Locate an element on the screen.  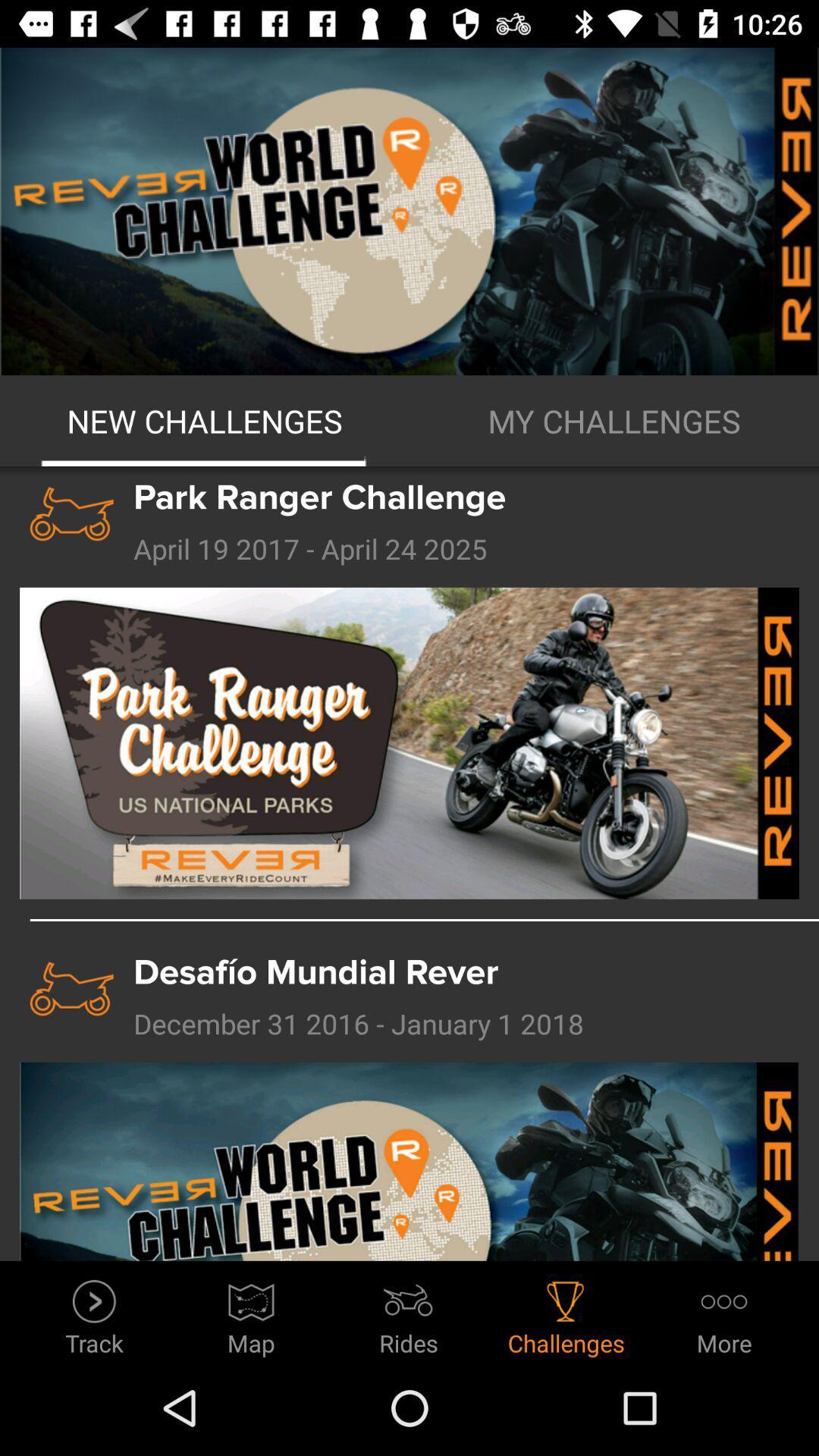
the map is located at coordinates (250, 1313).